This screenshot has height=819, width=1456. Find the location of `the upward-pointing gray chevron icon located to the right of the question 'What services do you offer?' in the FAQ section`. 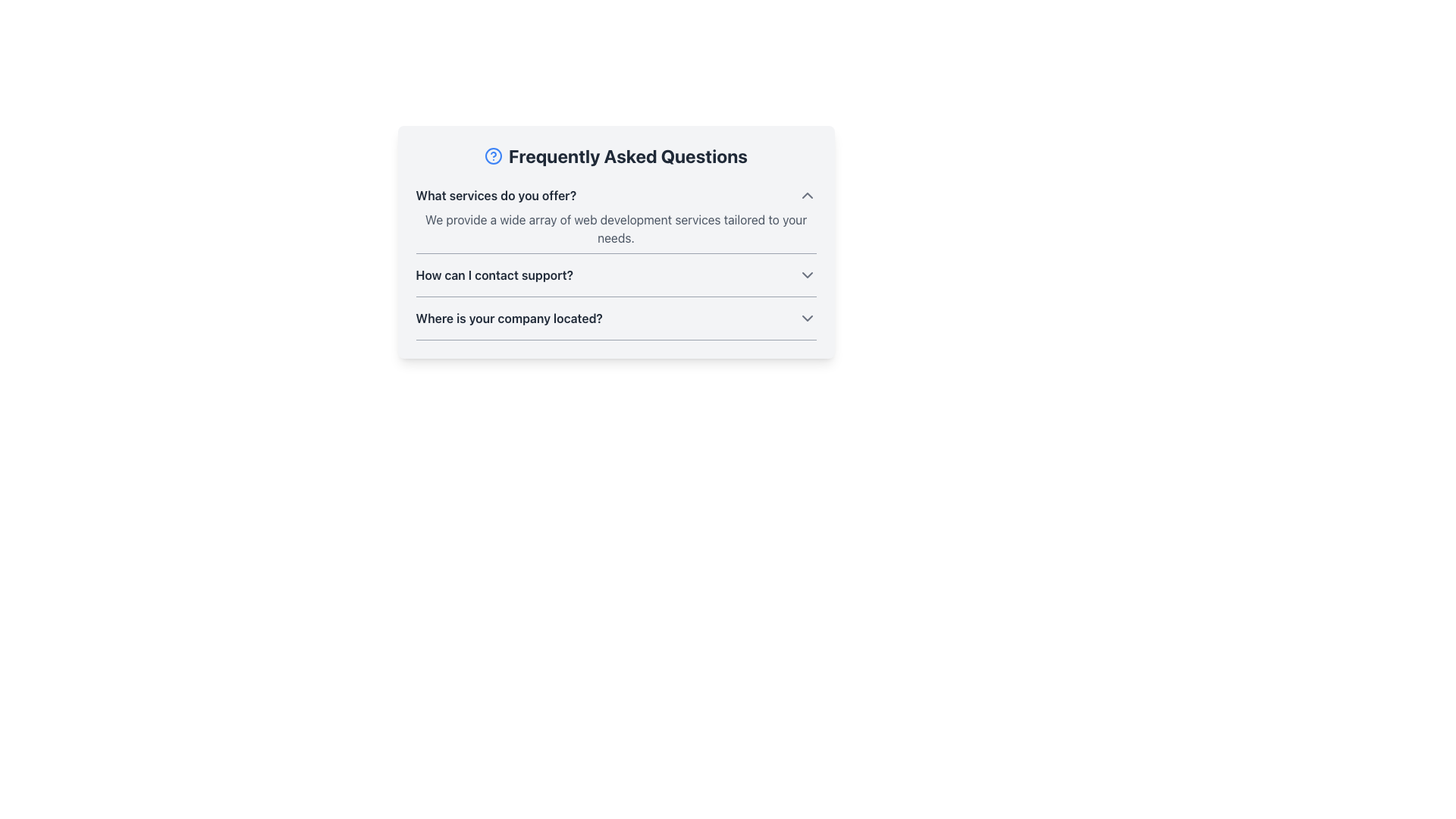

the upward-pointing gray chevron icon located to the right of the question 'What services do you offer?' in the FAQ section is located at coordinates (806, 195).